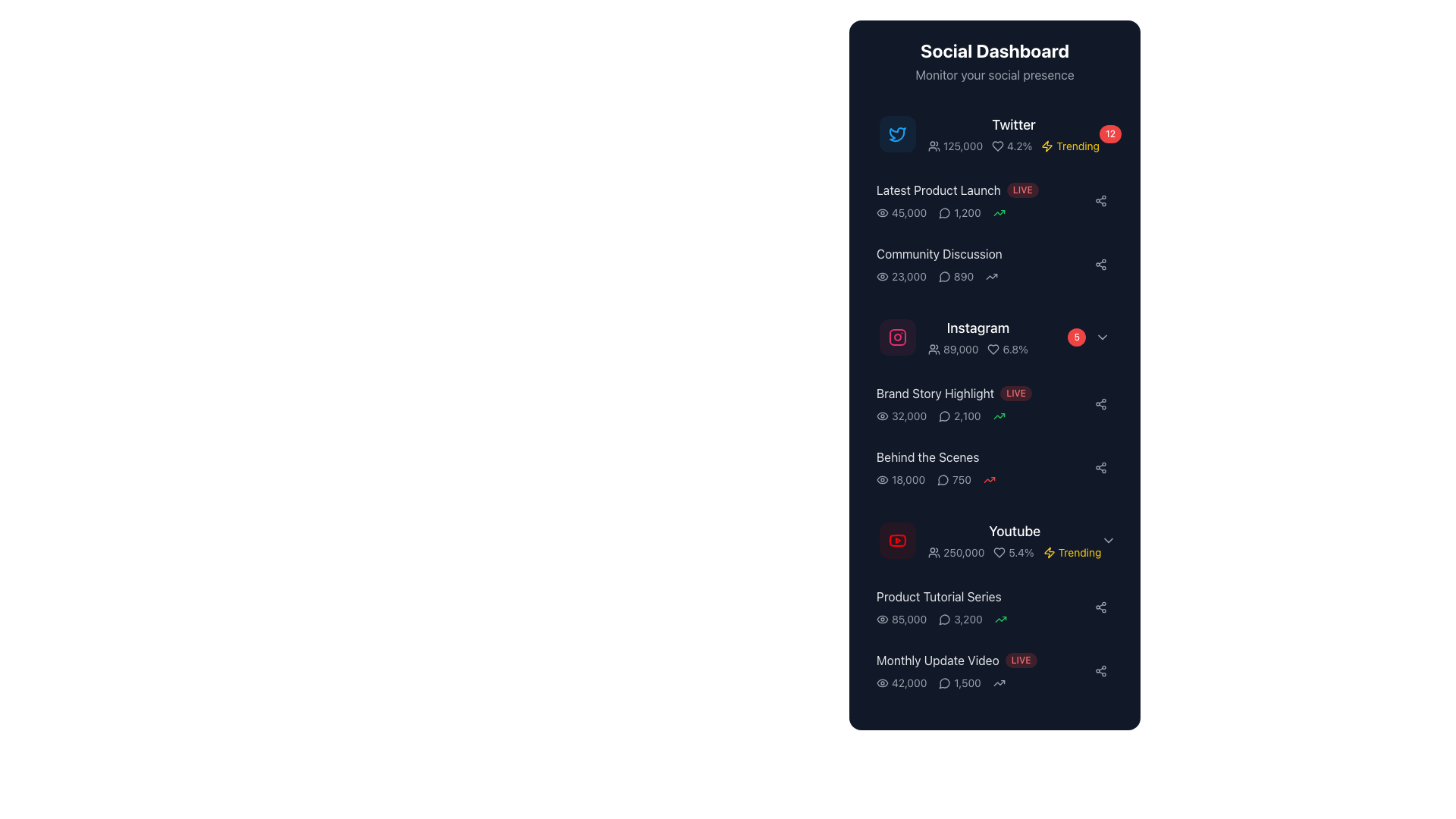  What do you see at coordinates (952, 350) in the screenshot?
I see `the text label displaying the number '89,000' in gray color, which is located next to the group of people icon in the Social Dashboard interface` at bounding box center [952, 350].